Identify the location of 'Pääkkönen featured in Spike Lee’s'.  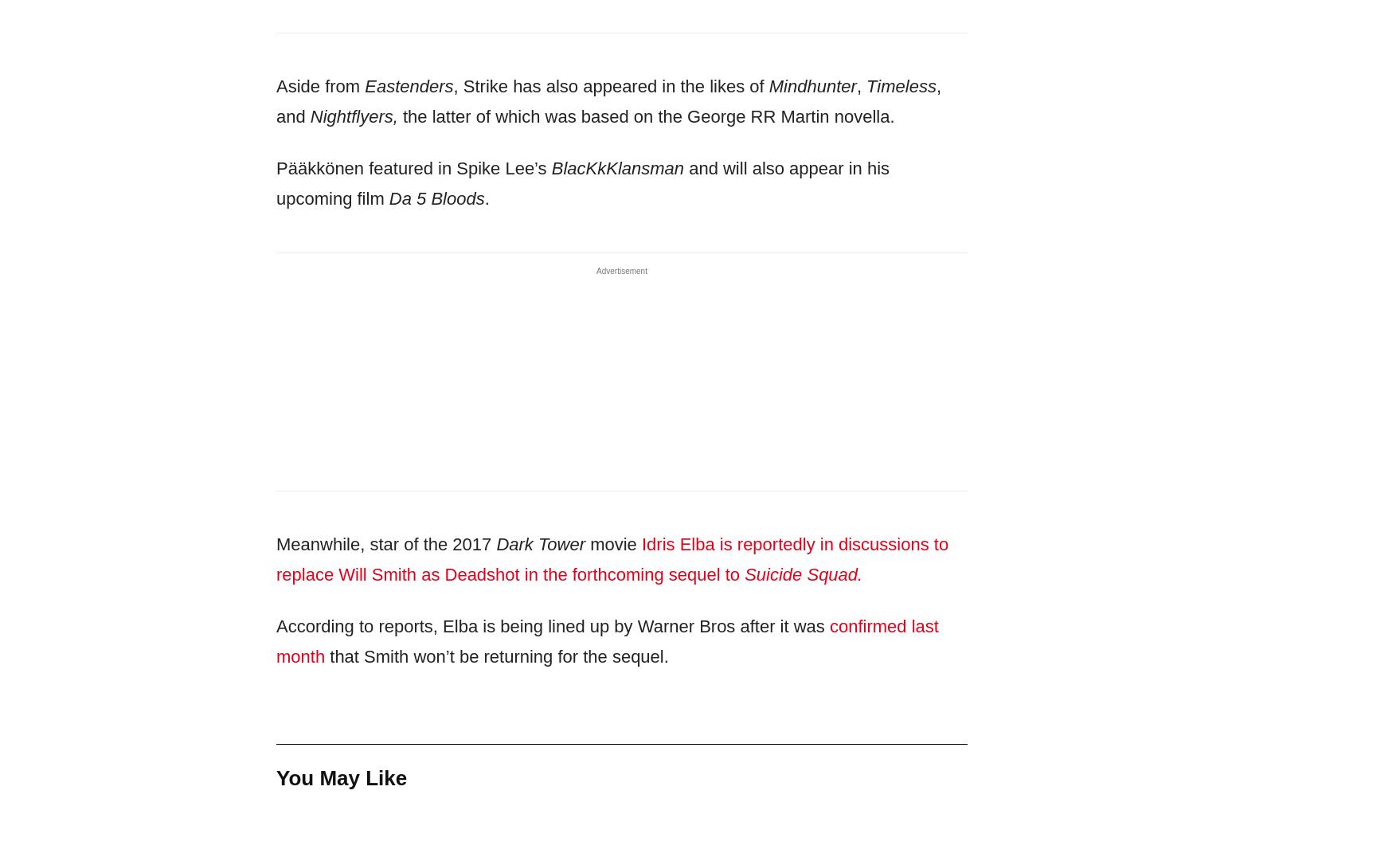
(413, 166).